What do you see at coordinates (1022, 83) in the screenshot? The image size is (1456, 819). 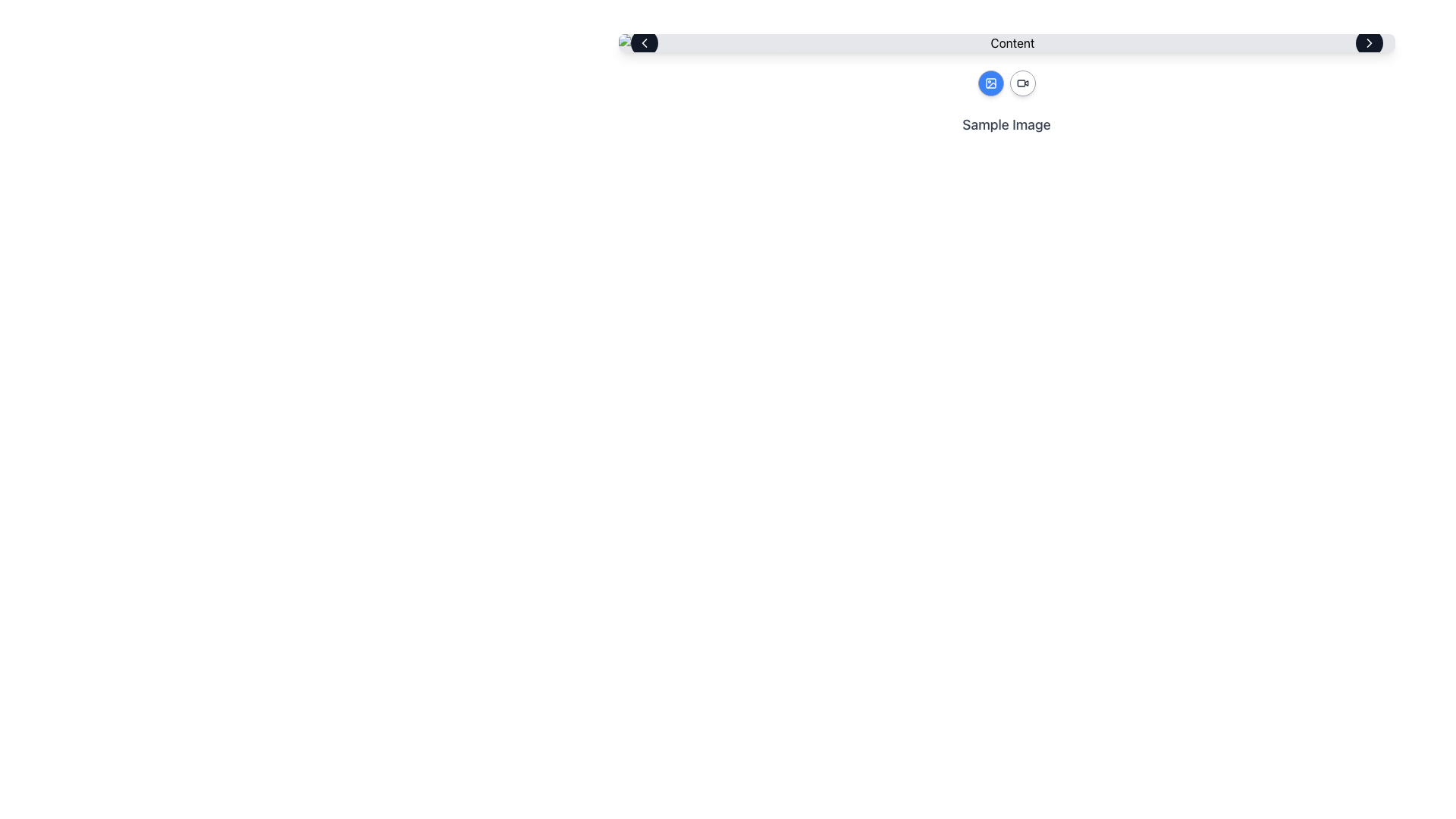 I see `the modern video icon button located in the top bar interface` at bounding box center [1022, 83].